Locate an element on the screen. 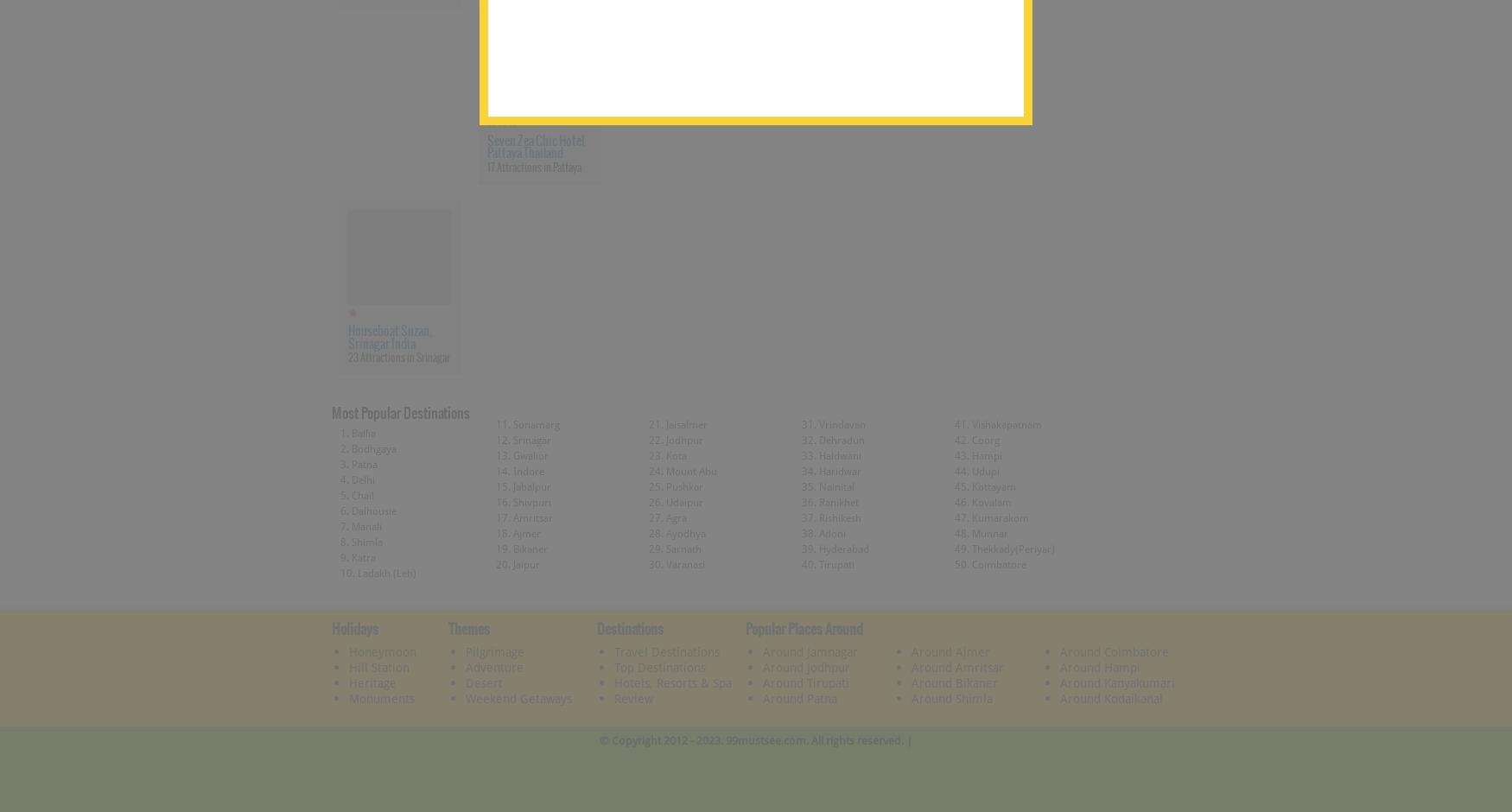 The image size is (1512, 812). 'Coorg' is located at coordinates (983, 440).